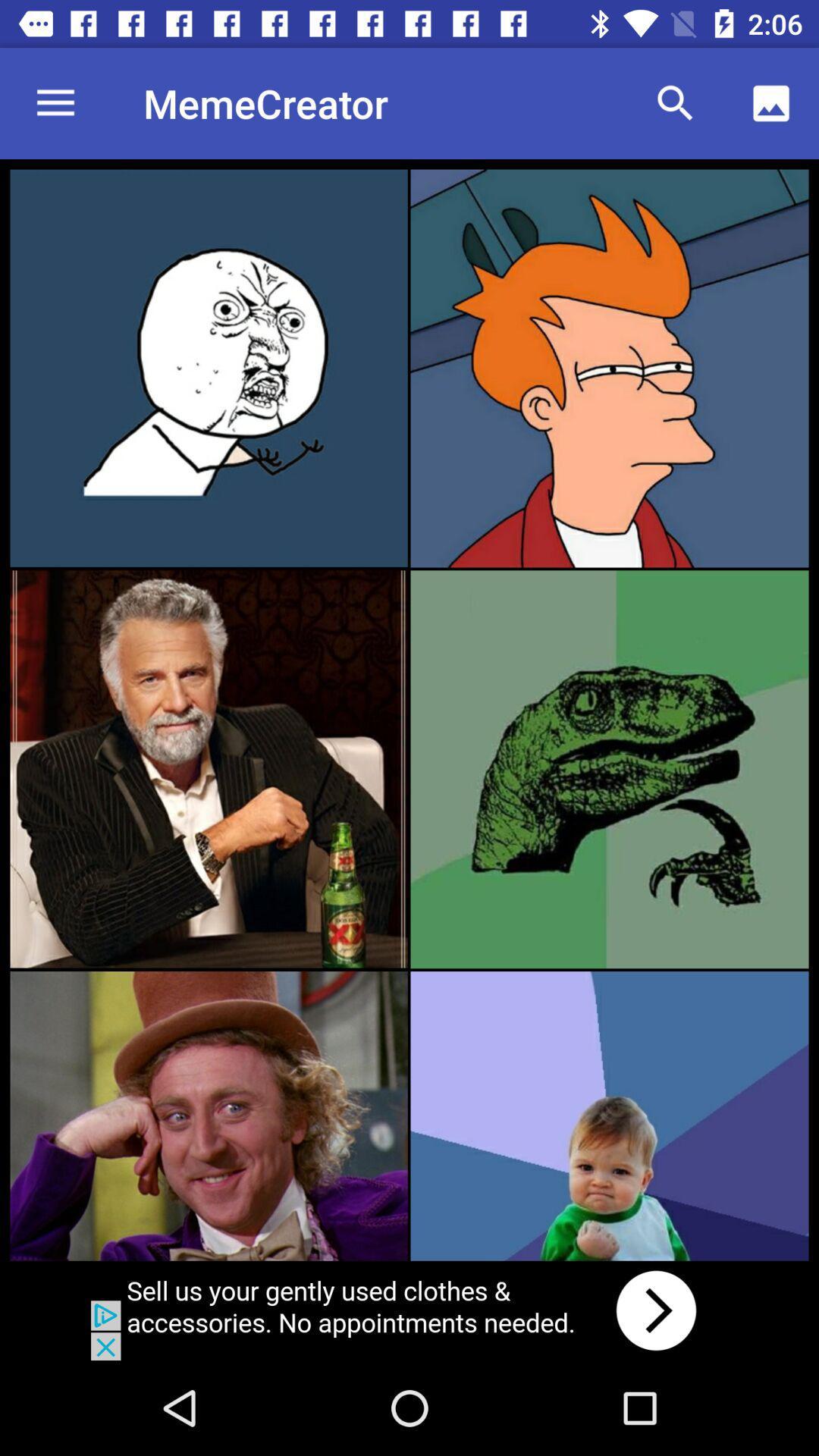 This screenshot has height=1456, width=819. I want to click on select, so click(209, 769).